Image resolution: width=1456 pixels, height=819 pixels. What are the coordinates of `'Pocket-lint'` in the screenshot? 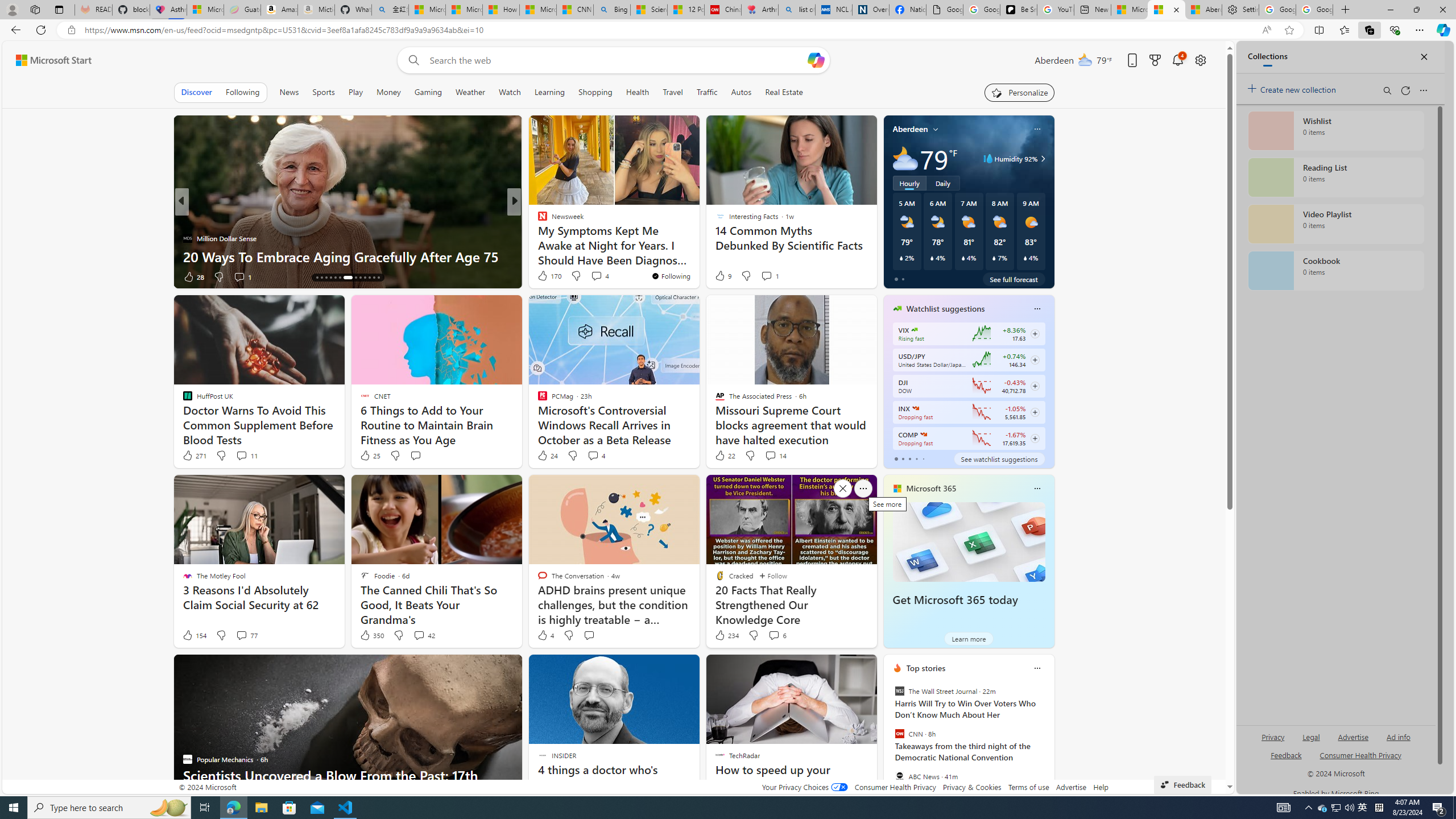 It's located at (537, 238).